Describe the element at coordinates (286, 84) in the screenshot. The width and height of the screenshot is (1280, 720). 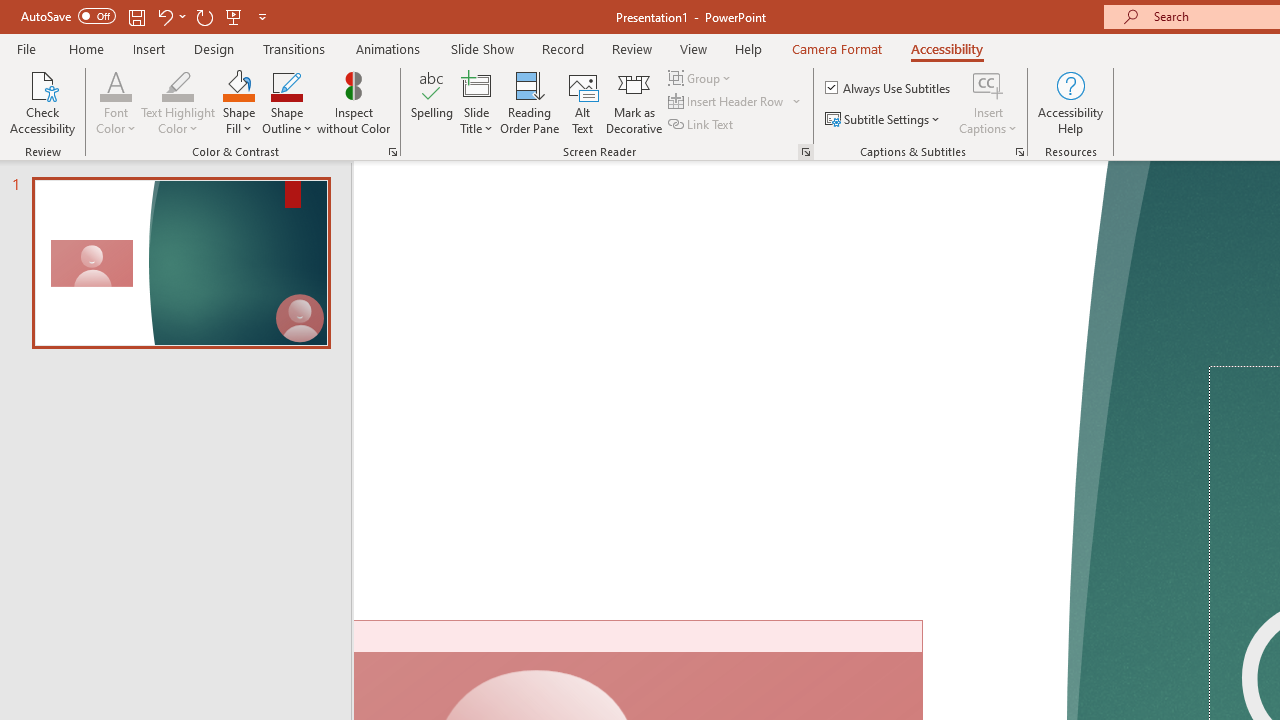
I see `'Shape Outline Blue, Accent 1'` at that location.